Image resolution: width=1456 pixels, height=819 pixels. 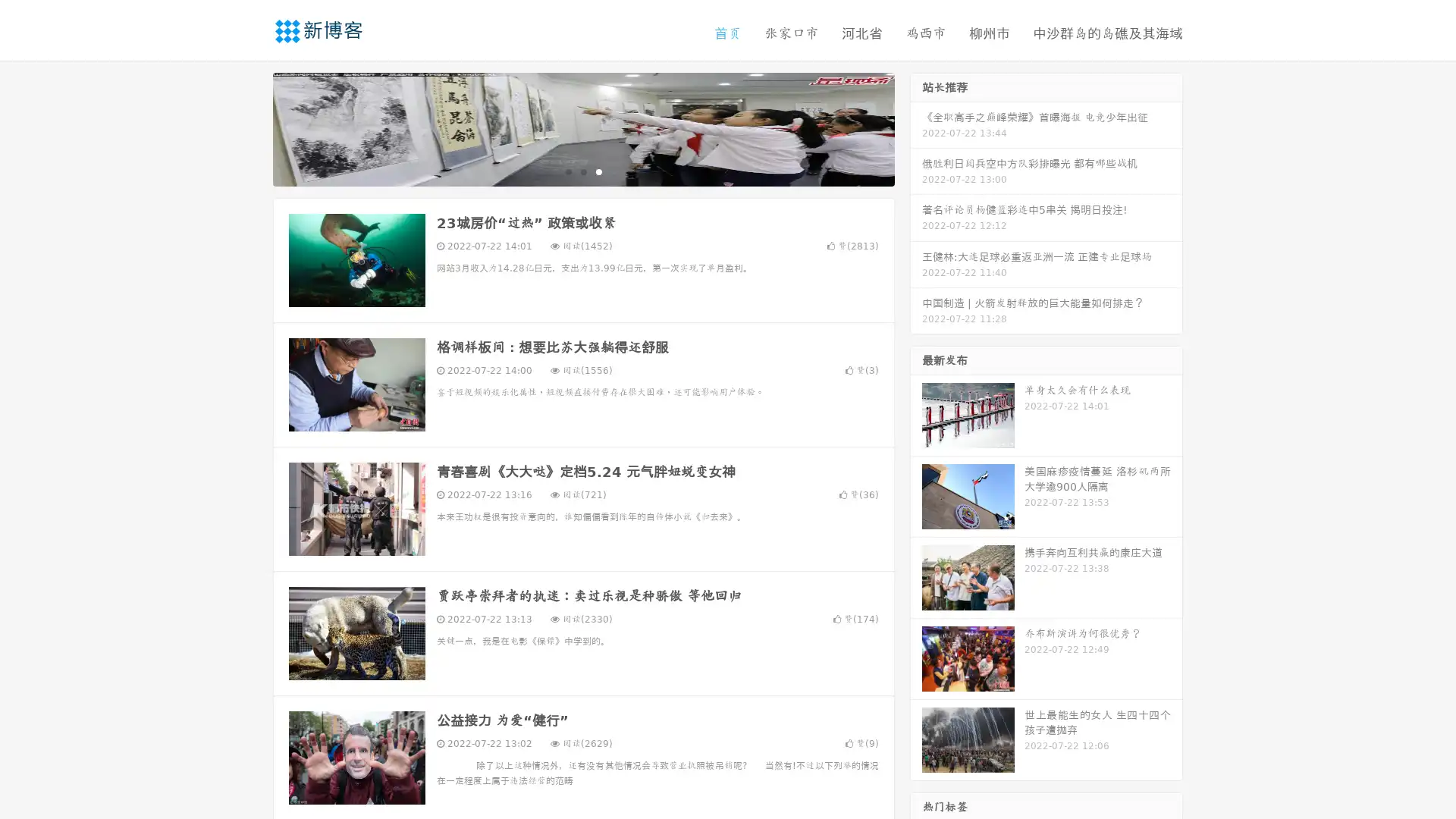 What do you see at coordinates (250, 127) in the screenshot?
I see `Previous slide` at bounding box center [250, 127].